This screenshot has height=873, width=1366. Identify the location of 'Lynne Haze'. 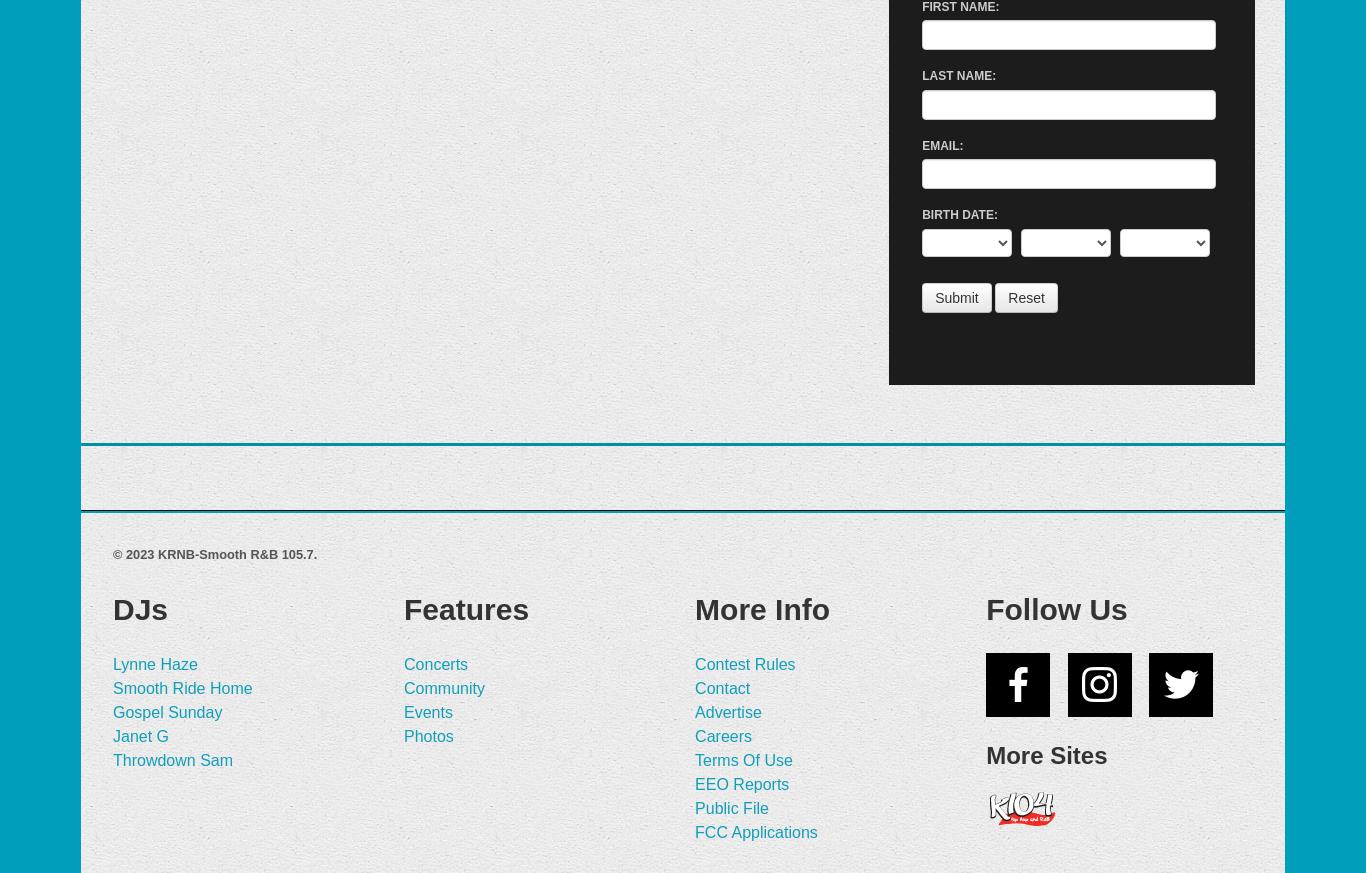
(154, 663).